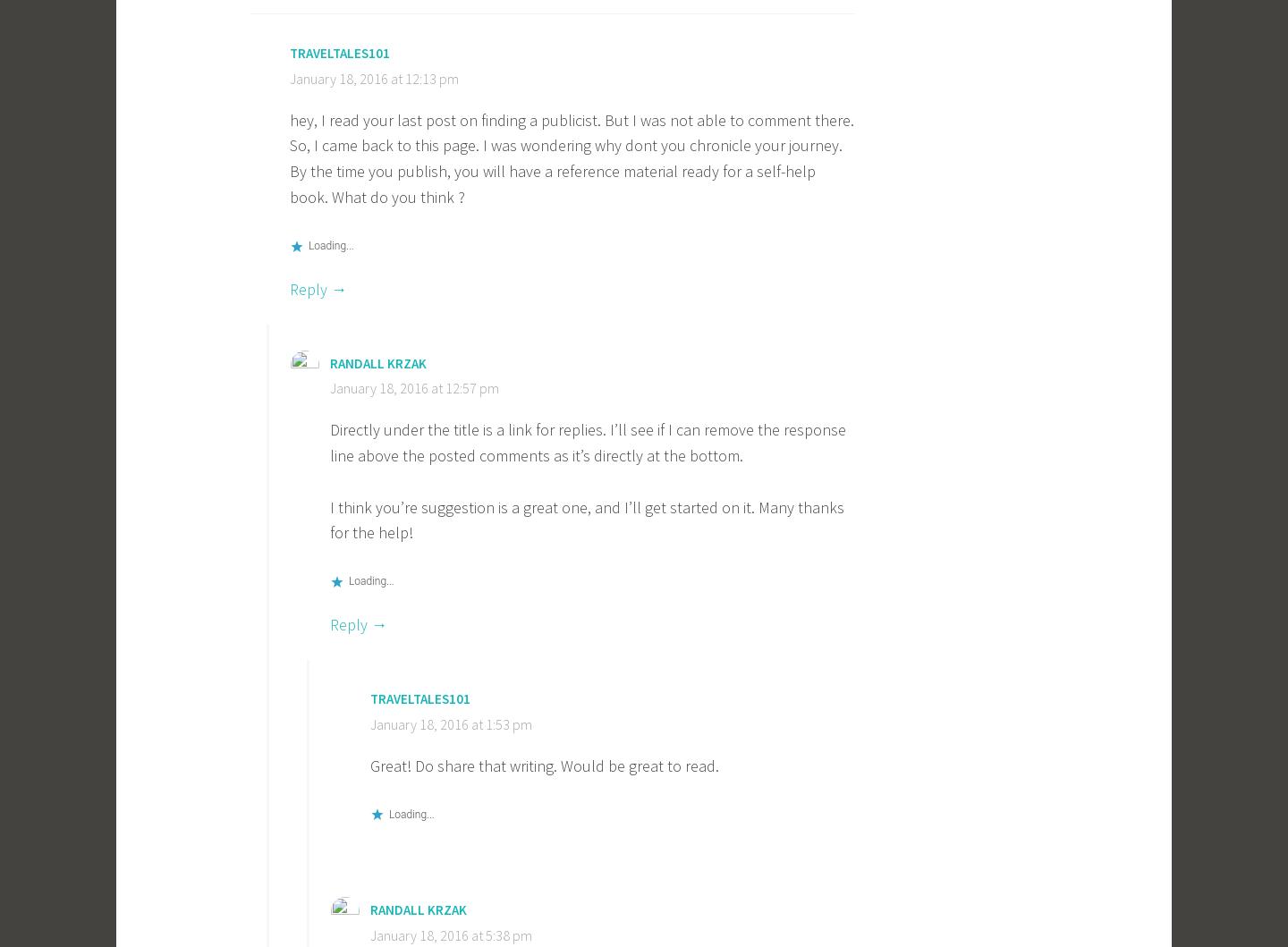  What do you see at coordinates (586, 518) in the screenshot?
I see `'I think you’re suggestion is a great one, and I’ll get started on it.  Many thanks for the help!'` at bounding box center [586, 518].